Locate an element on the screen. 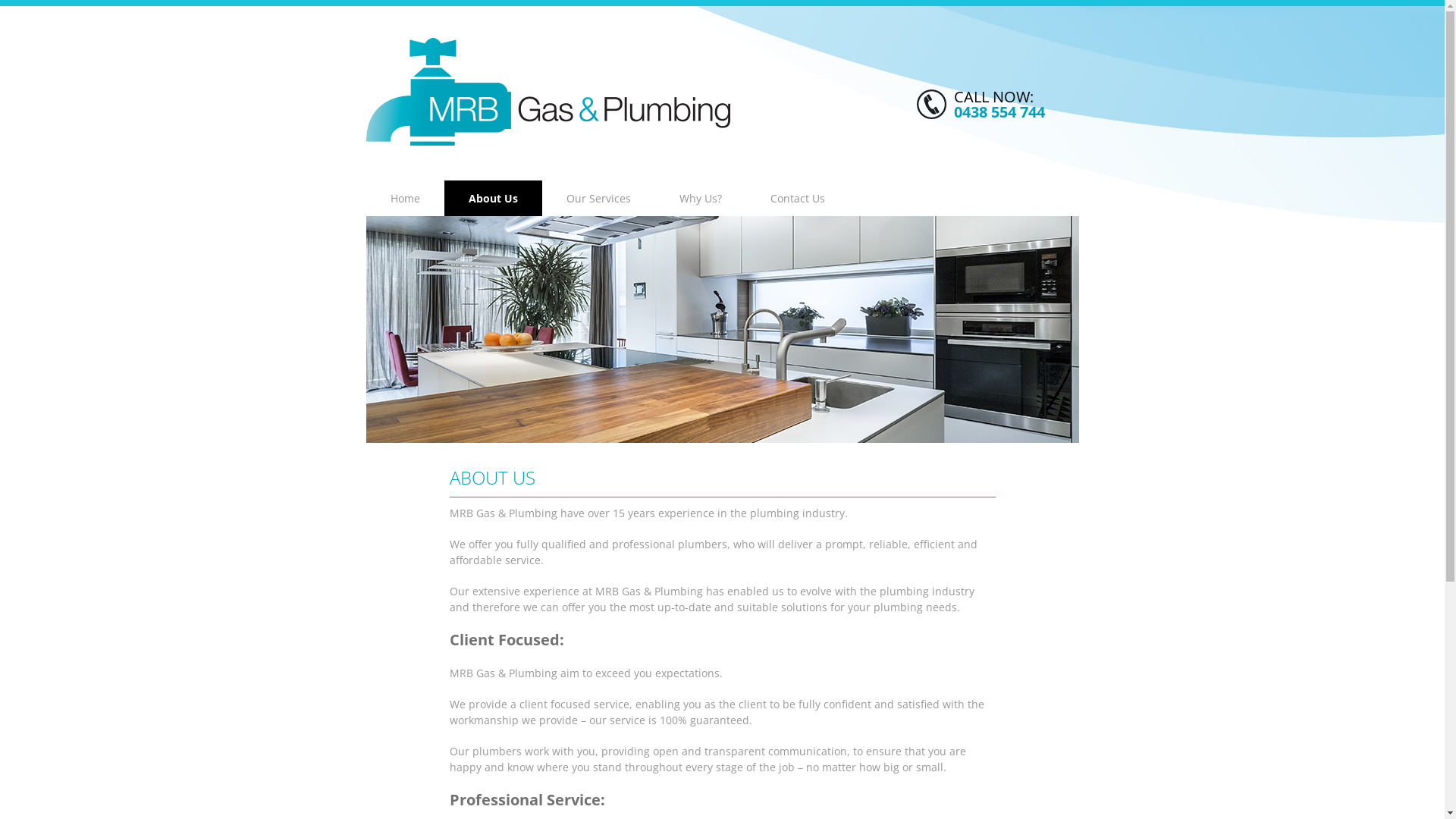 This screenshot has height=819, width=1456. 'Our Services' is located at coordinates (597, 197).